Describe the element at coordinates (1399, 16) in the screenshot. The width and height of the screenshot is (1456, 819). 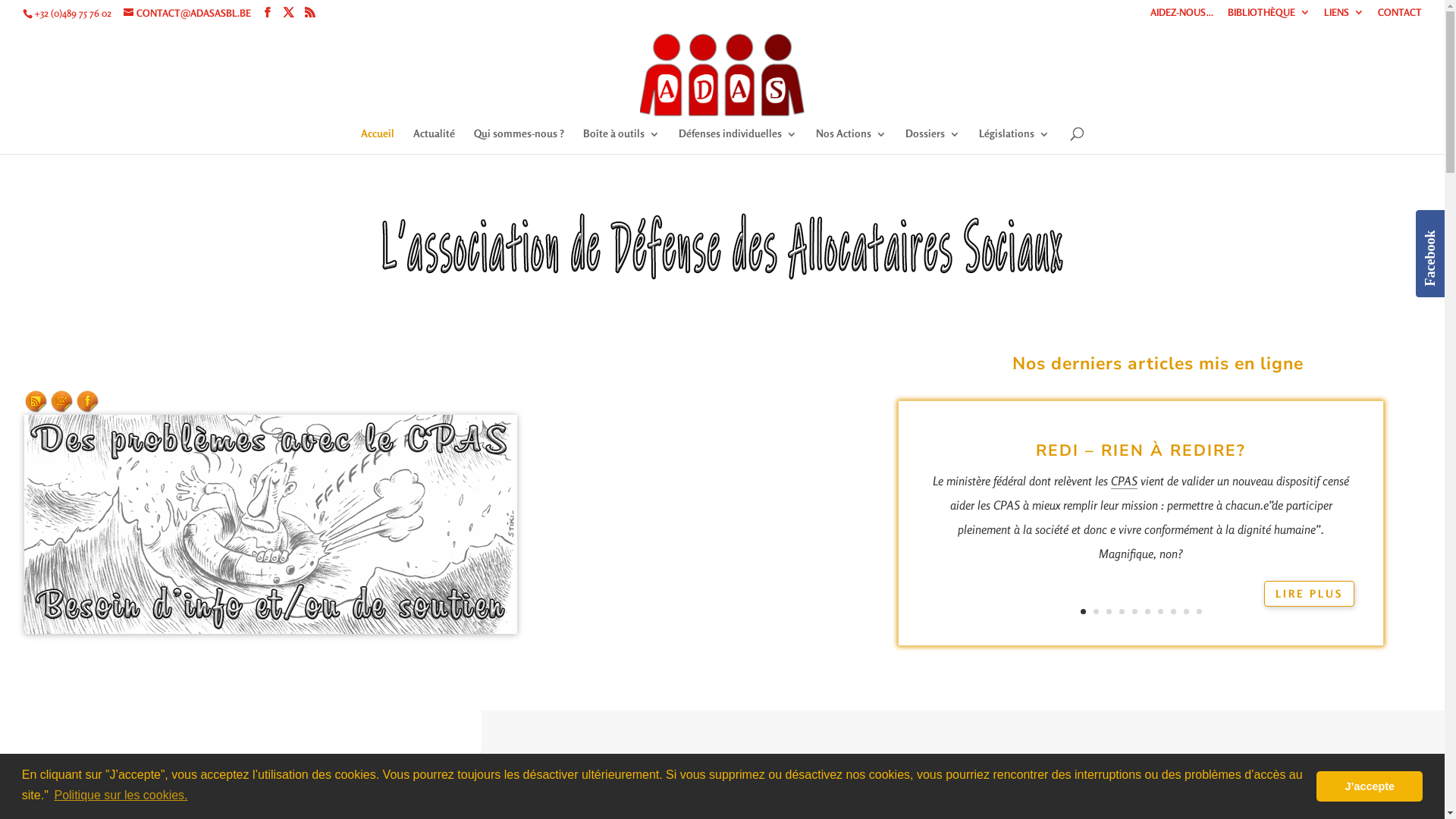
I see `'CONTACT'` at that location.